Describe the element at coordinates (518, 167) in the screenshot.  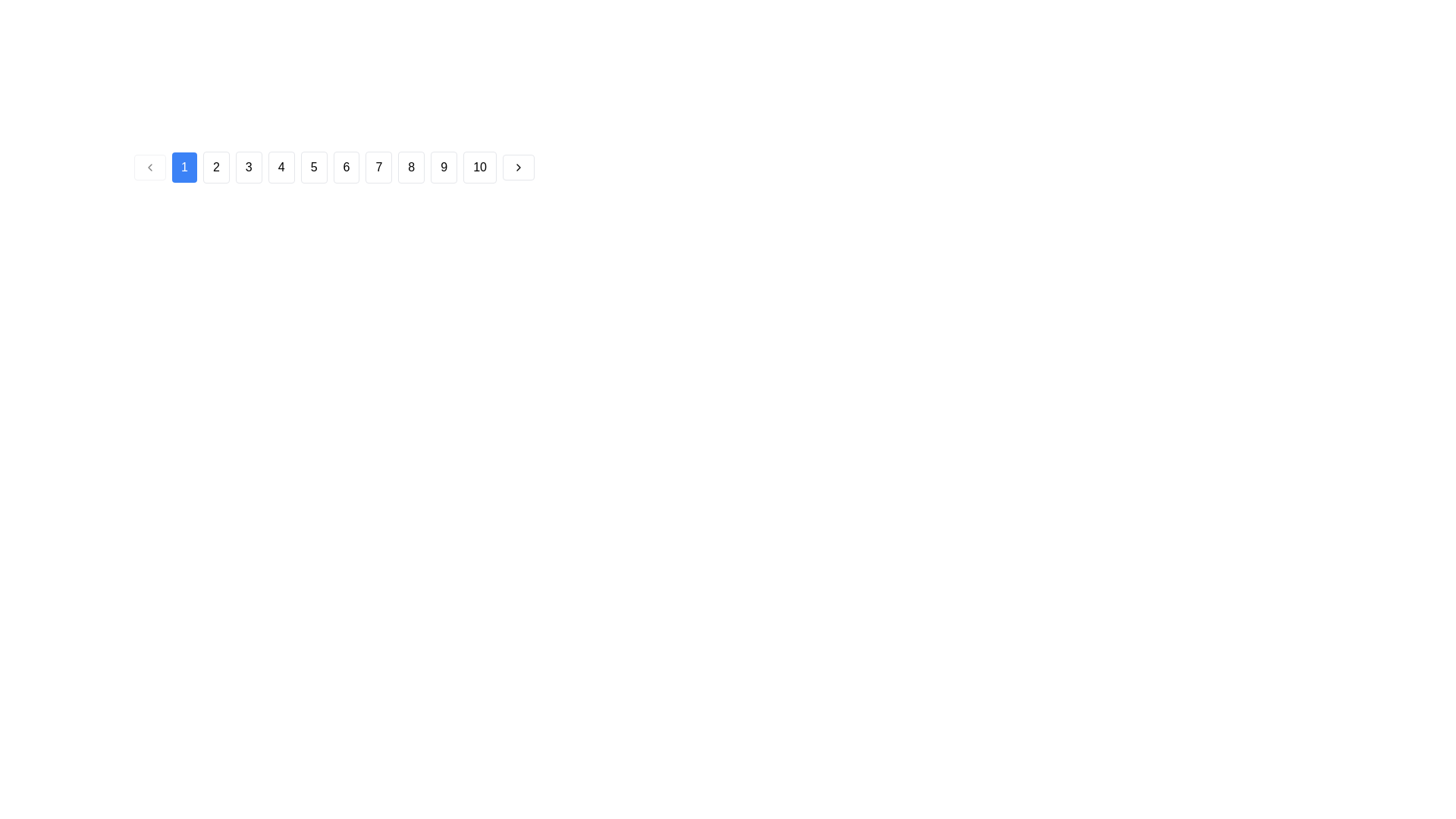
I see `the chevron-shaped icon pointing to the right, located in the last button of the pagination section` at that location.